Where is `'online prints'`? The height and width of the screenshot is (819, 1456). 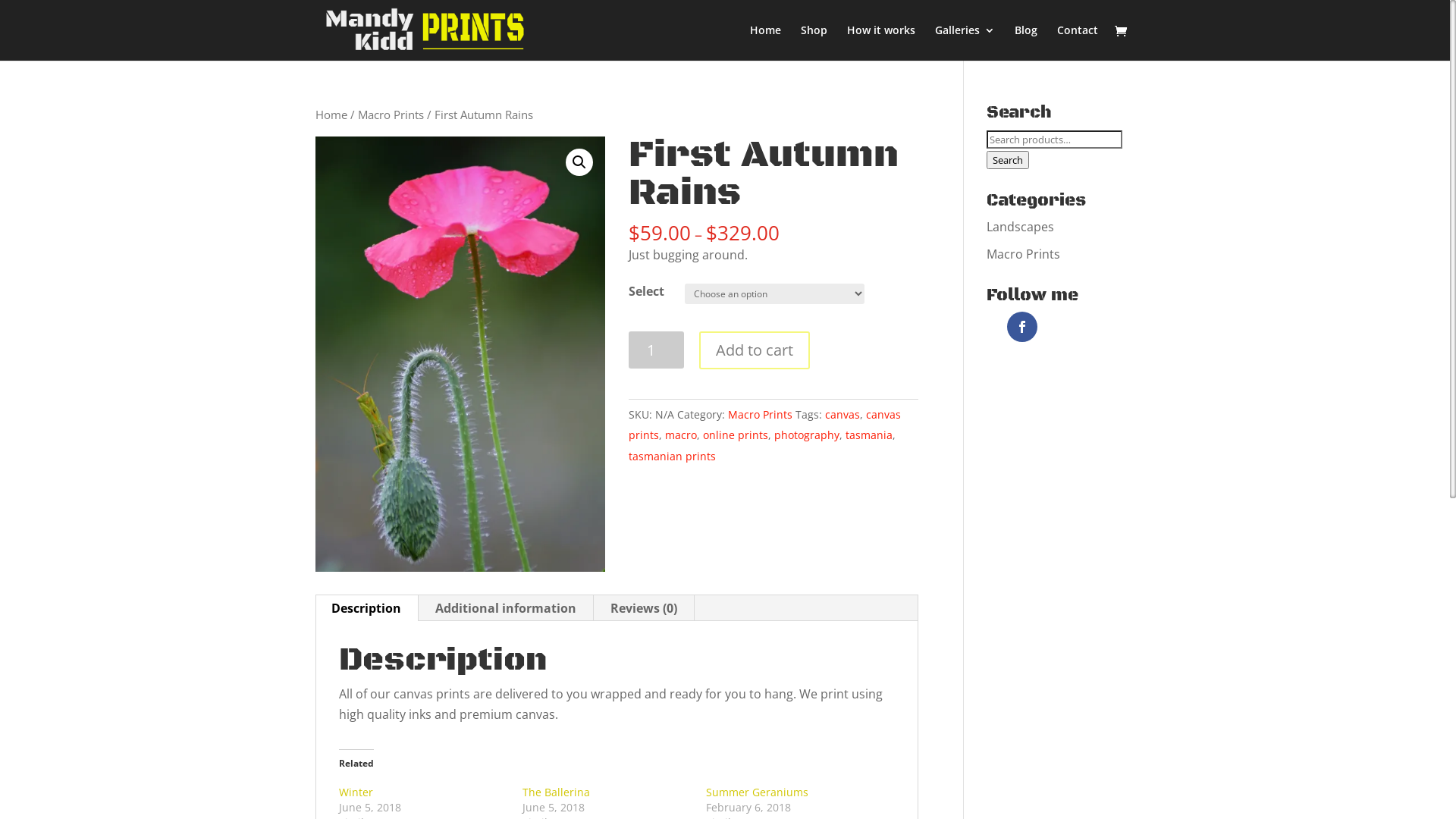 'online prints' is located at coordinates (735, 435).